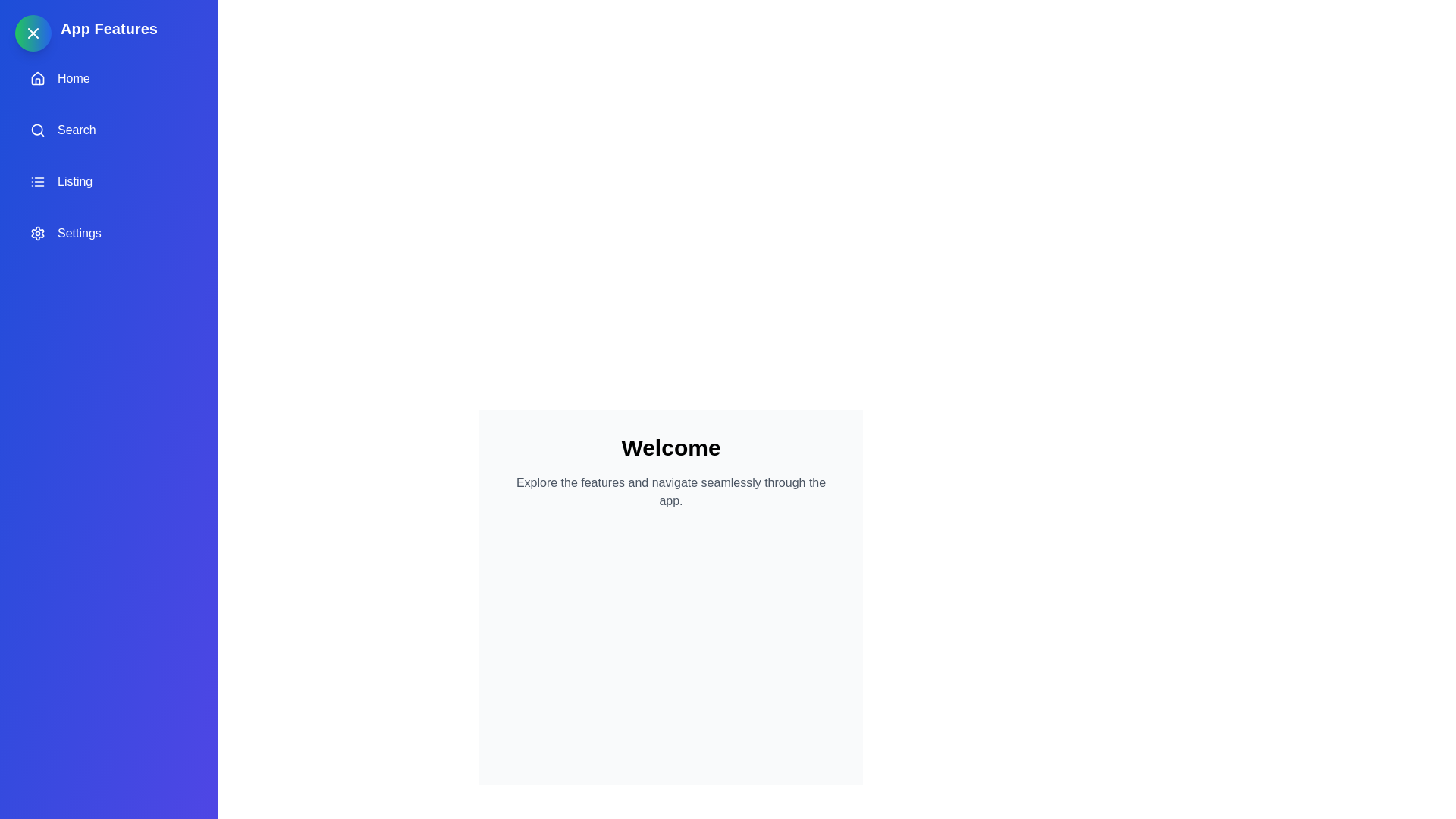 Image resolution: width=1456 pixels, height=819 pixels. Describe the element at coordinates (33, 33) in the screenshot. I see `the toggle button at the top-left corner to toggle the drawer's state` at that location.